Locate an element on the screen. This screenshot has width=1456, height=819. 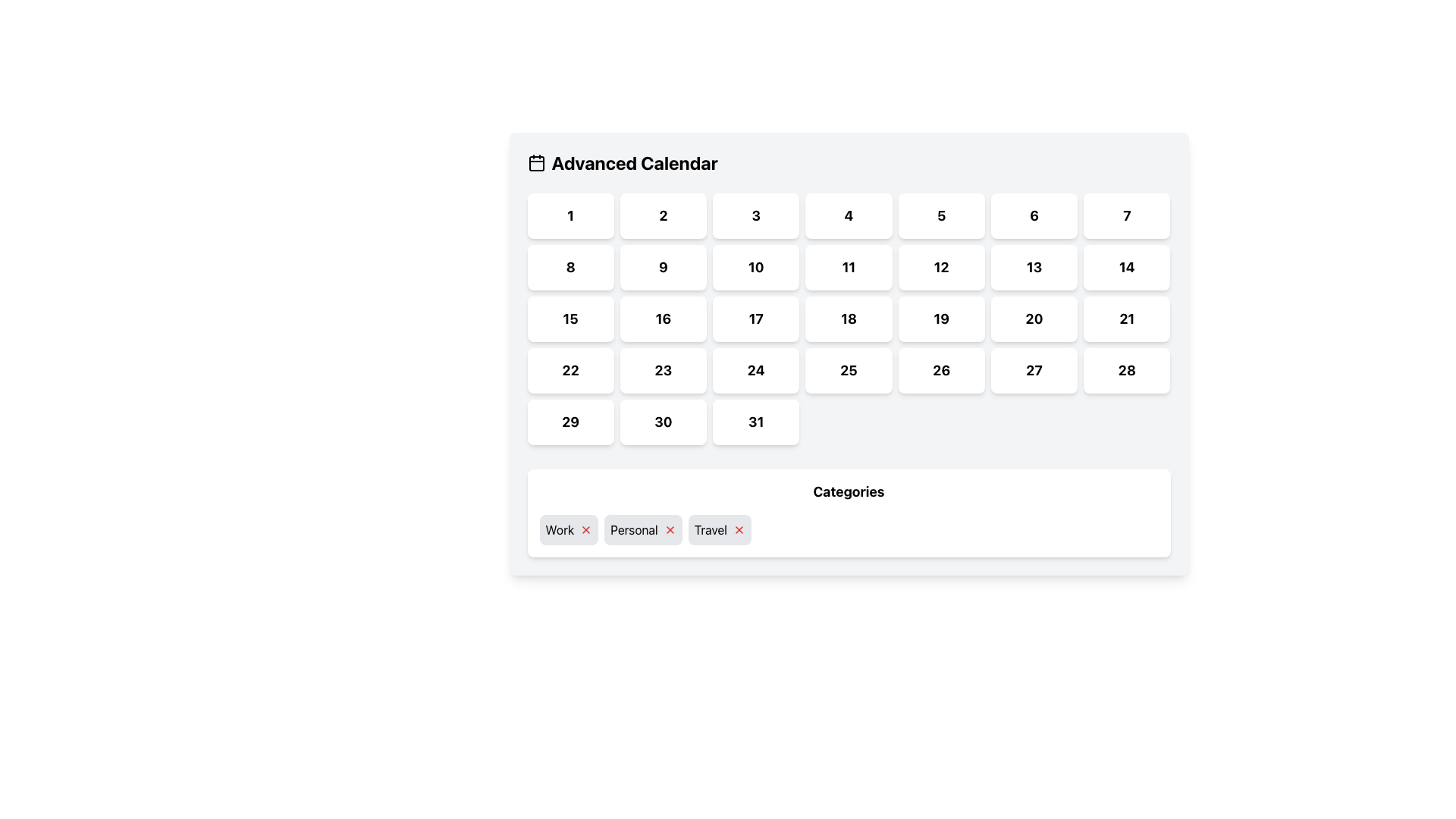
the button representing the selectable day in the calendar interface is located at coordinates (1127, 371).